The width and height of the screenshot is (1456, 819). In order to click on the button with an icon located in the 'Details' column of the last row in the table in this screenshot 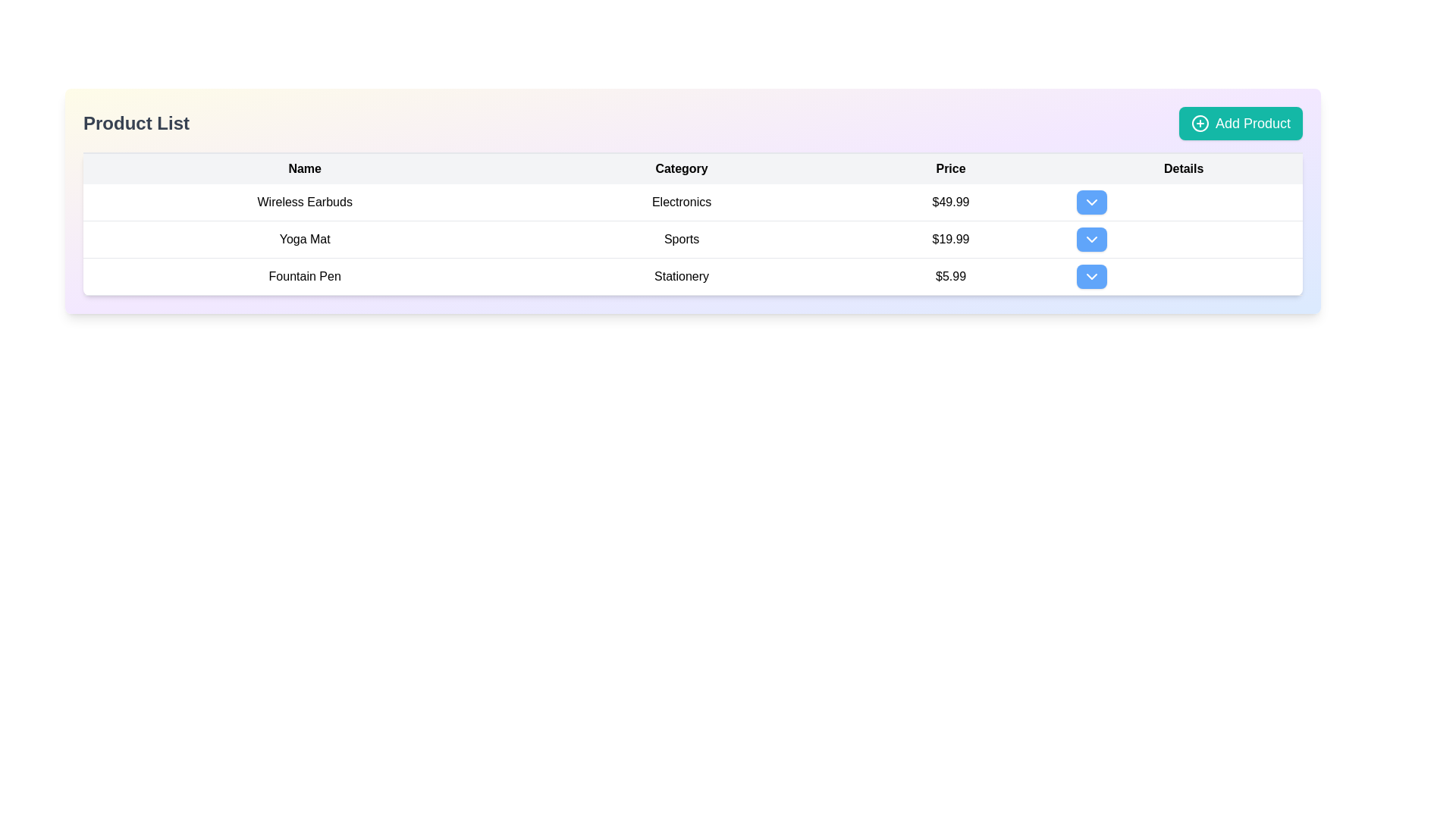, I will do `click(1092, 277)`.